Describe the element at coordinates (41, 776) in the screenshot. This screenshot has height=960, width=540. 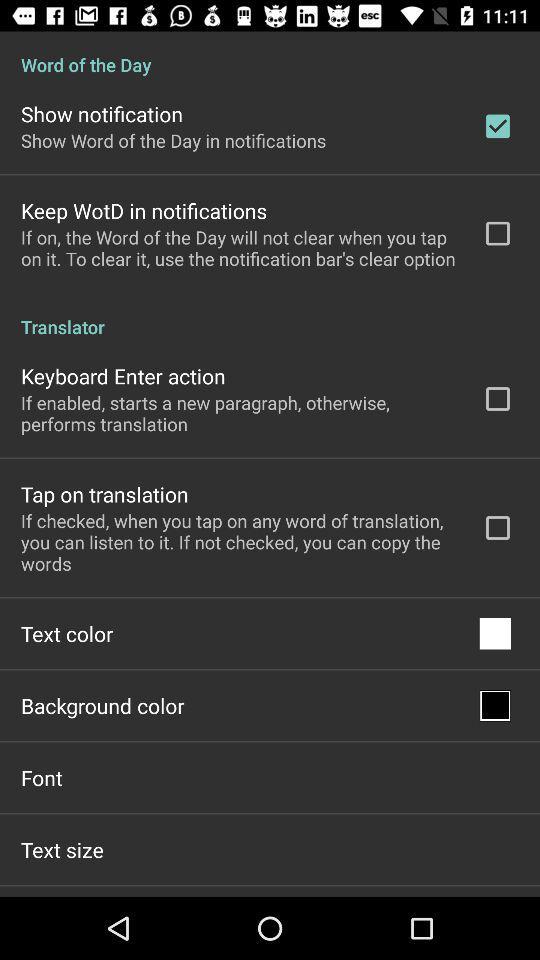
I see `the app above the text size item` at that location.